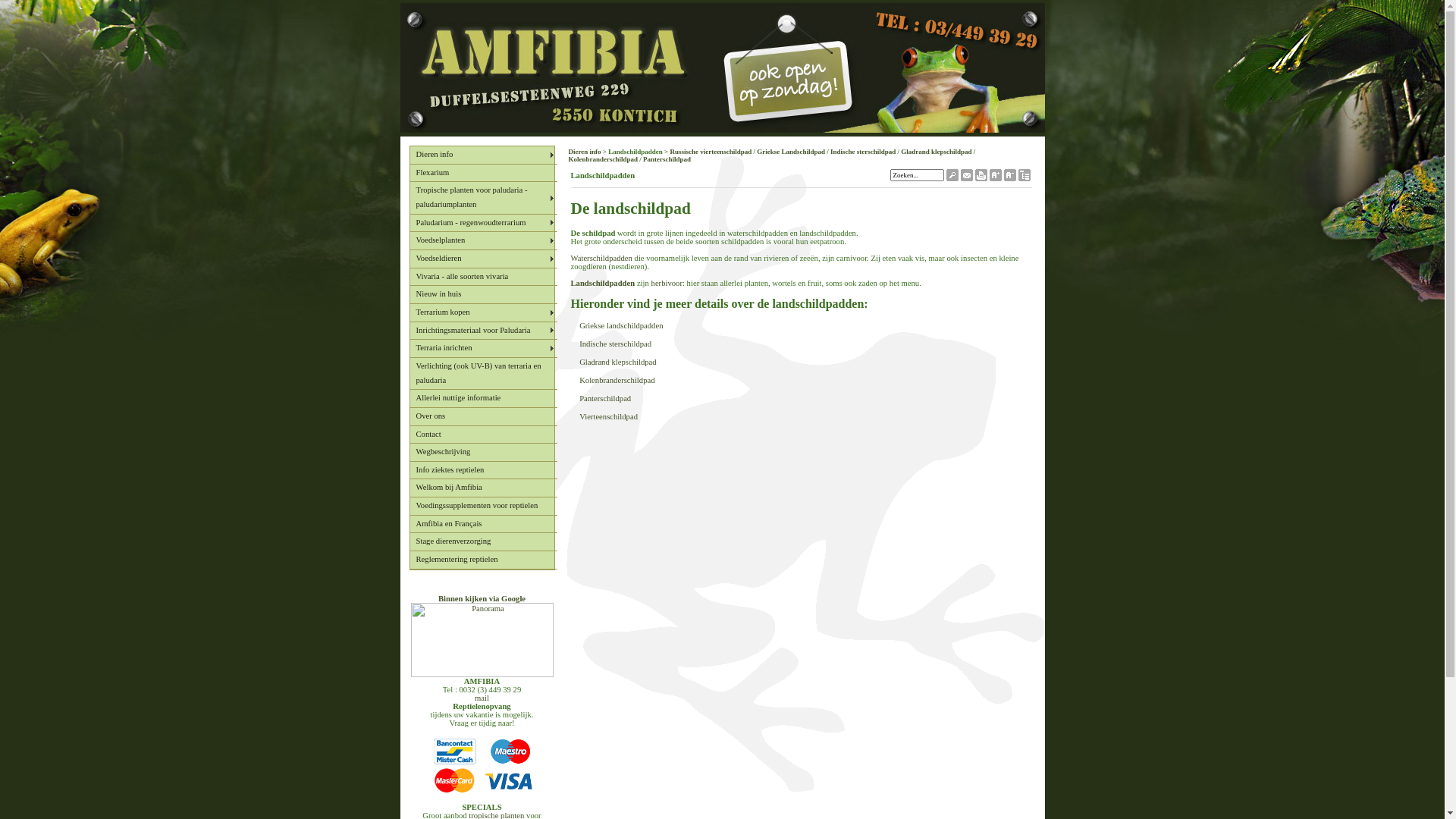  Describe the element at coordinates (608, 416) in the screenshot. I see `'Vierteenschildpad'` at that location.